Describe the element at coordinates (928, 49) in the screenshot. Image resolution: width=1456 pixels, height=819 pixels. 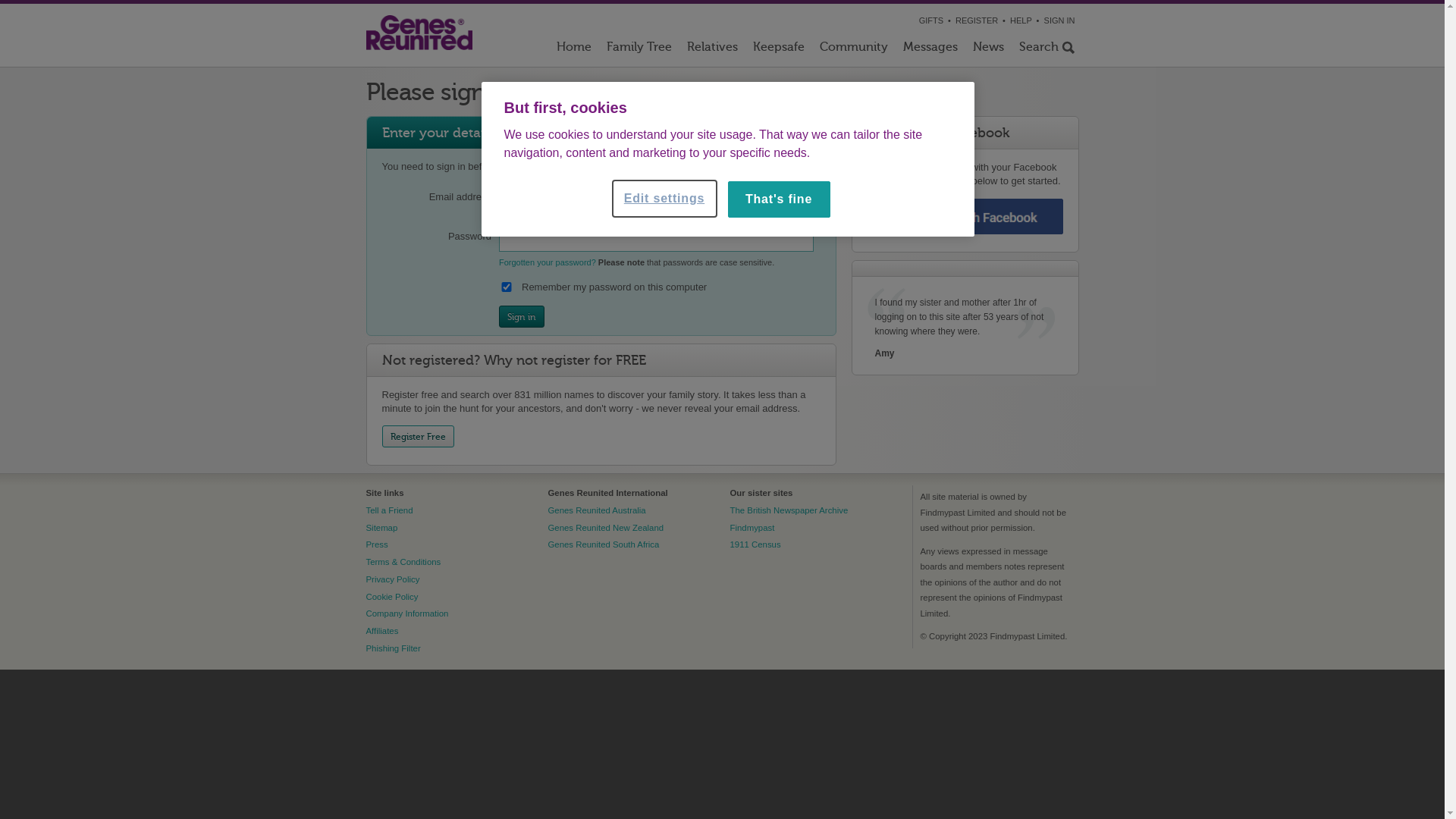
I see `'Messages'` at that location.